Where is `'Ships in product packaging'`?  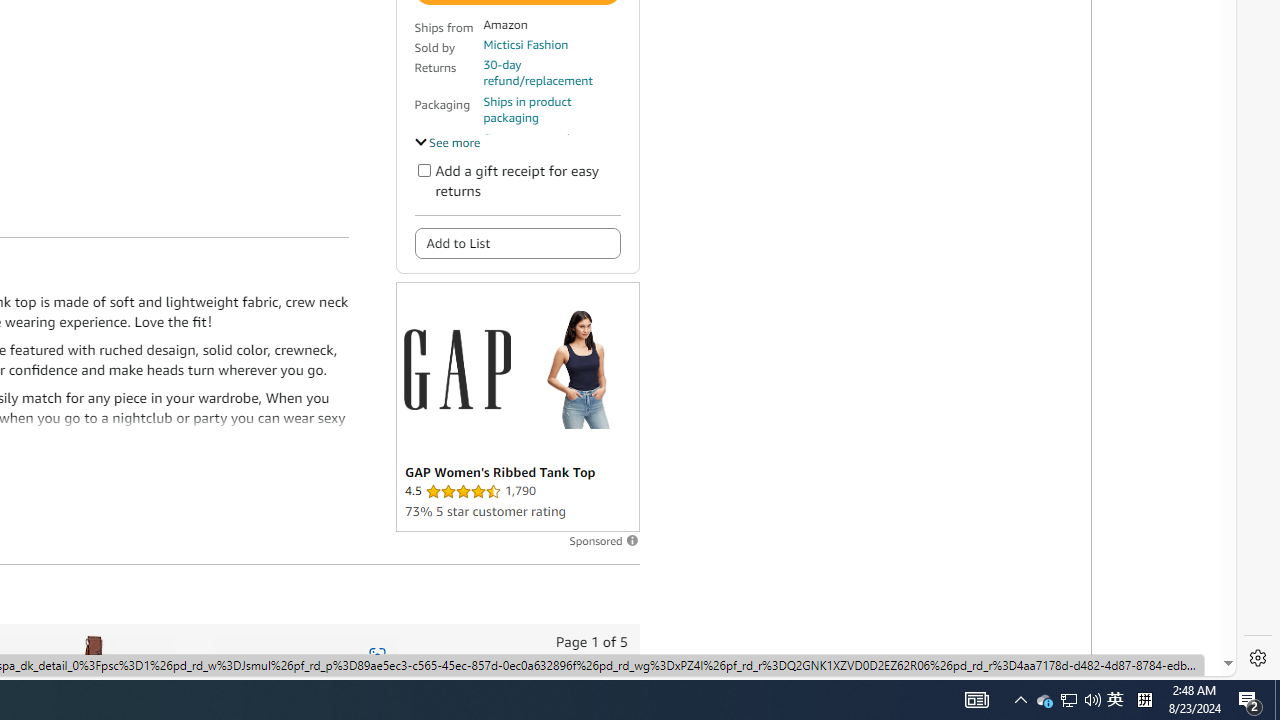
'Ships in product packaging' is located at coordinates (551, 110).